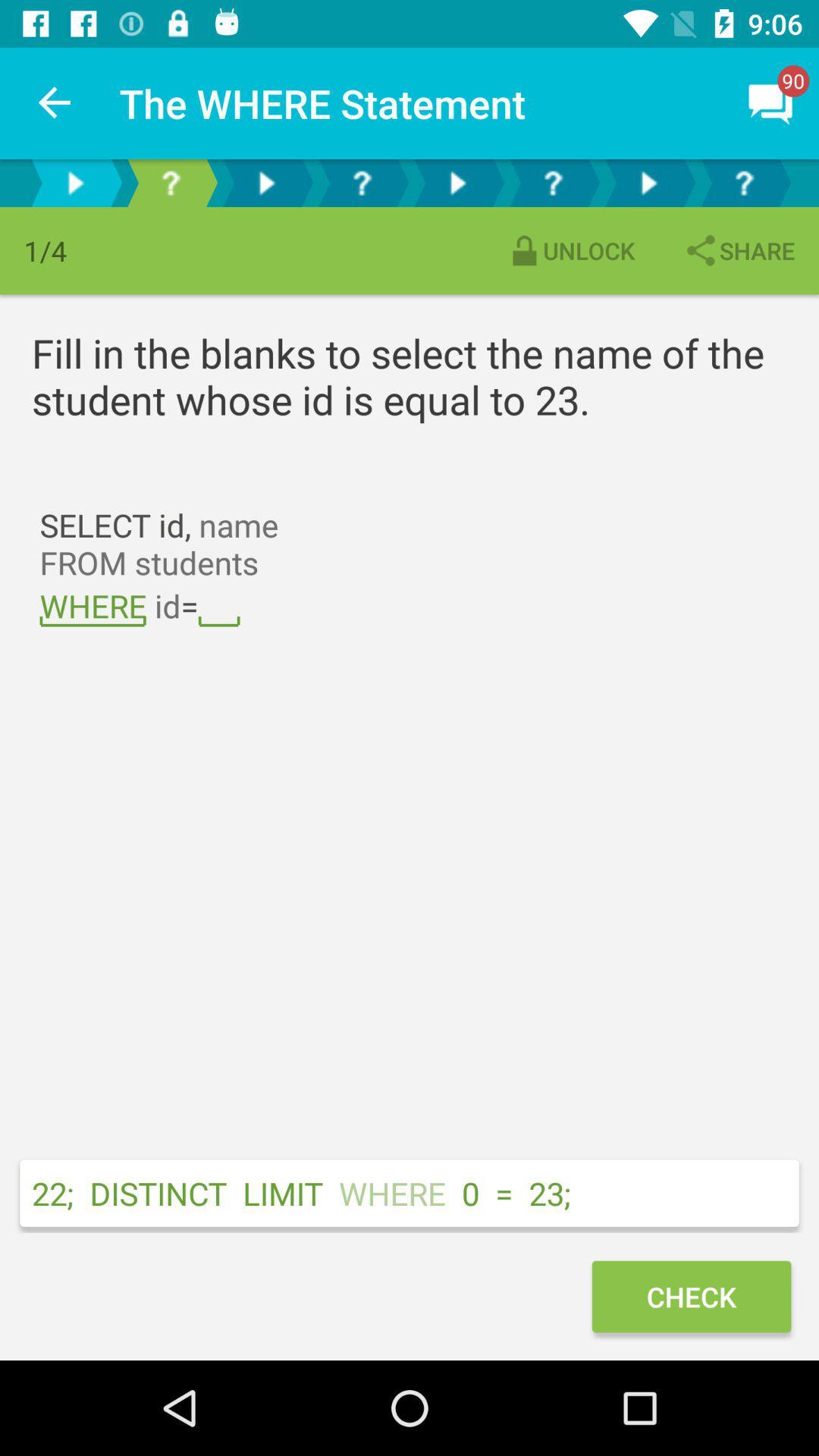 The width and height of the screenshot is (819, 1456). I want to click on the icon to the left of share icon, so click(570, 250).